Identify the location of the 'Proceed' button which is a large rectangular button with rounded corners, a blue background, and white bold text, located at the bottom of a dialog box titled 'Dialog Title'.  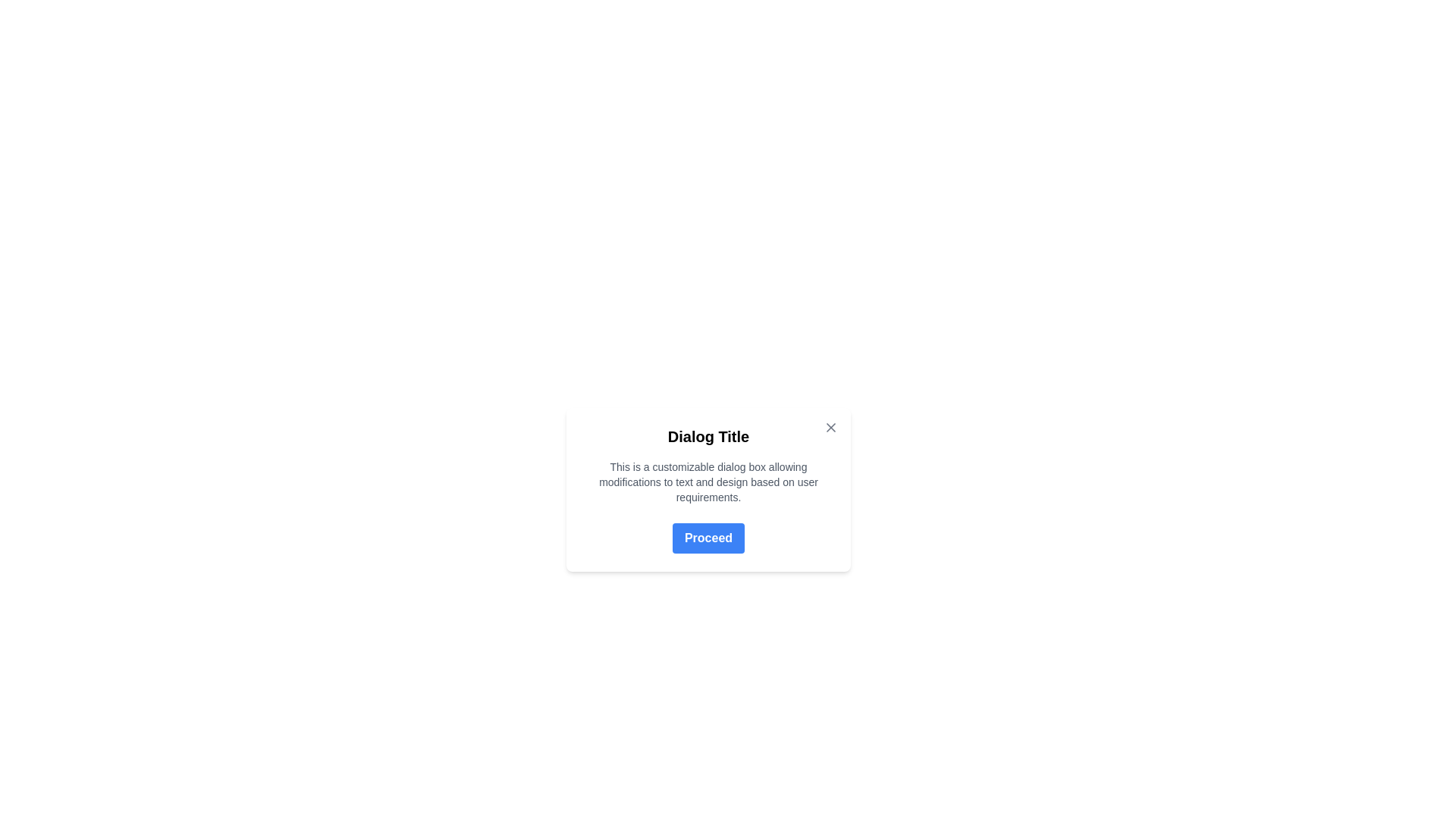
(708, 537).